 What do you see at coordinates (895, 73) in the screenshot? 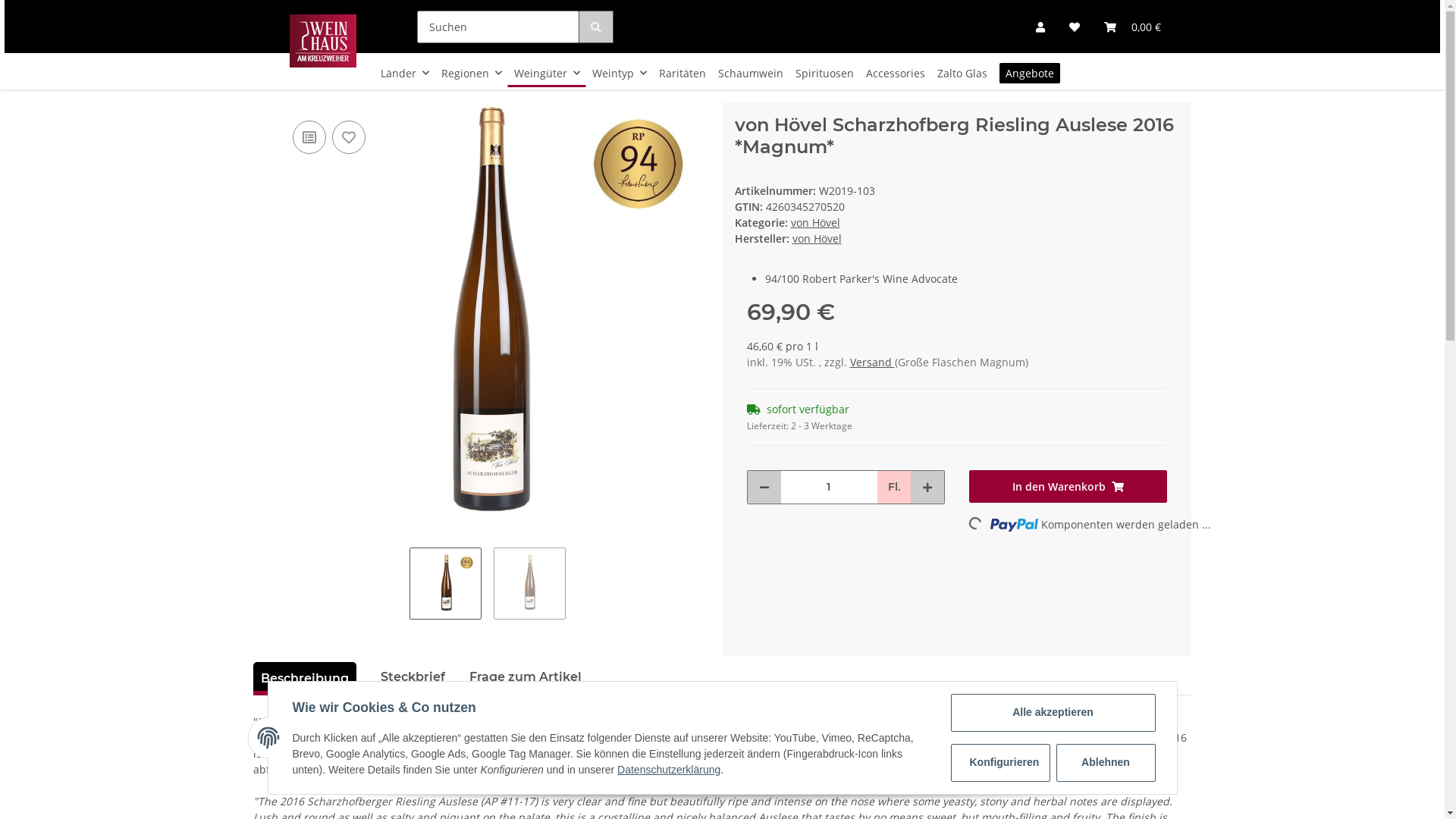
I see `'Accessories'` at bounding box center [895, 73].